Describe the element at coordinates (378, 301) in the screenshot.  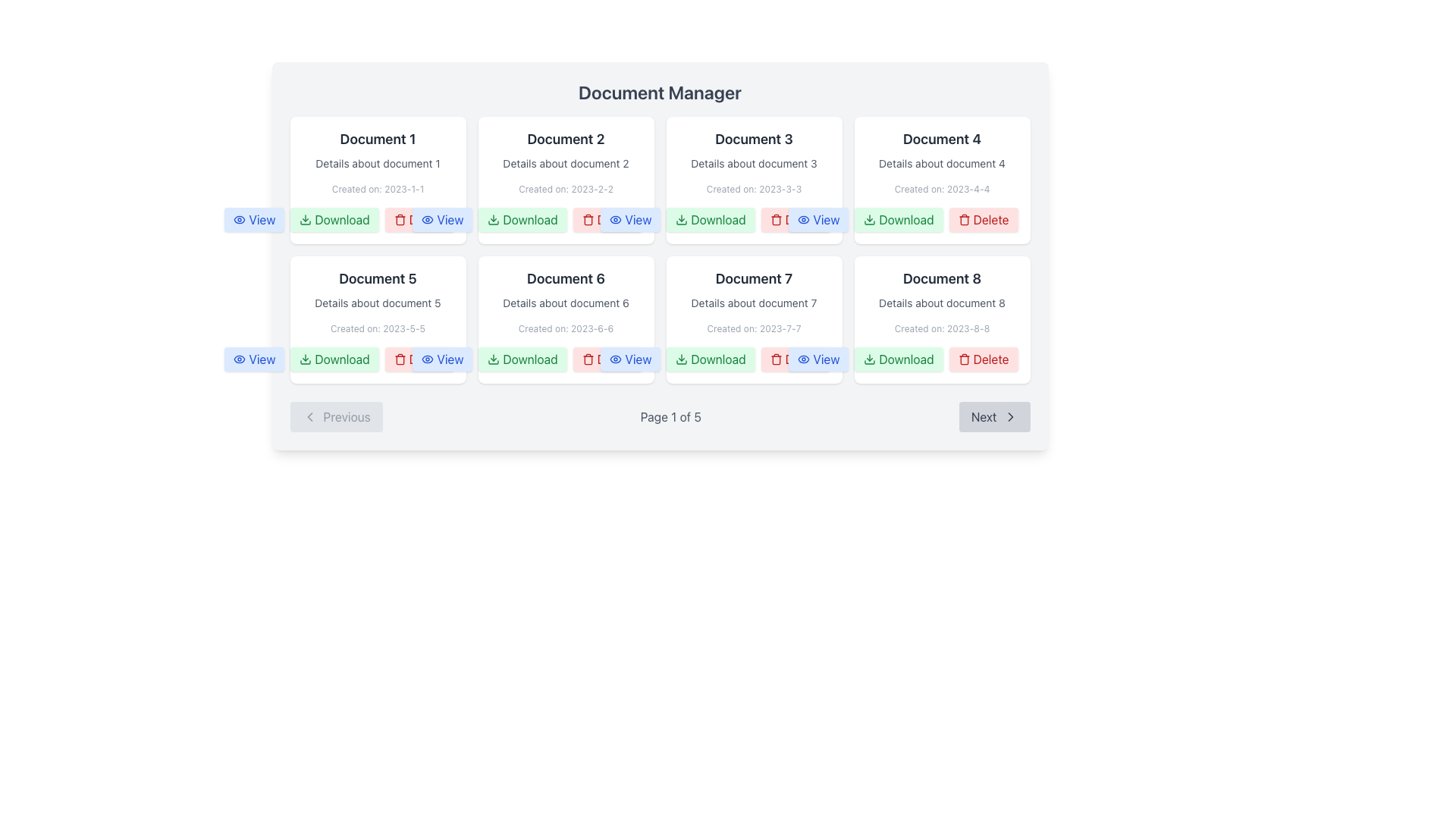
I see `the Text block displaying detailed information about 'Document 5' located in the second row, first column of the 'Document Manager' interface` at that location.